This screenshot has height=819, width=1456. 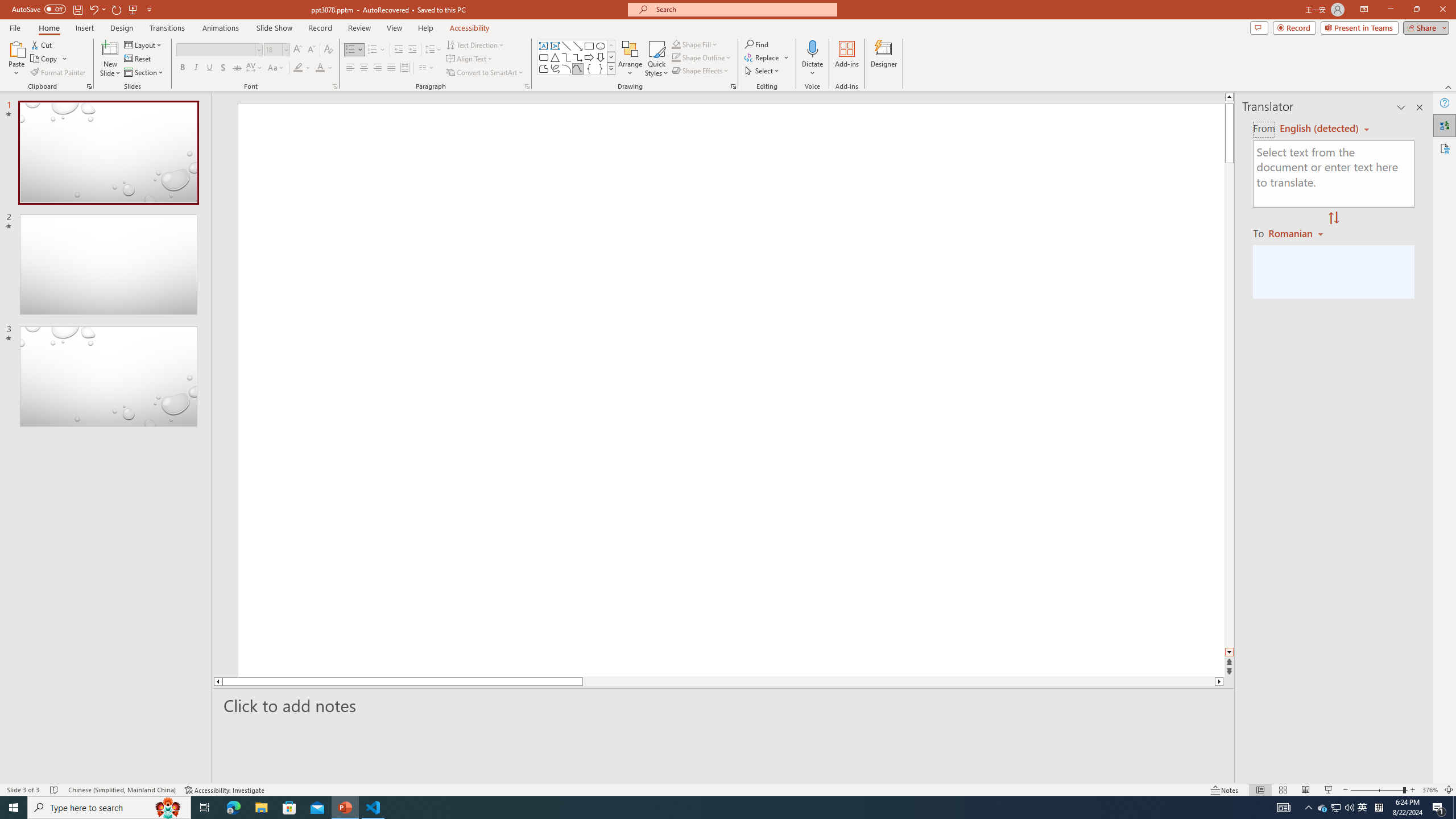 What do you see at coordinates (110, 59) in the screenshot?
I see `'New Slide'` at bounding box center [110, 59].